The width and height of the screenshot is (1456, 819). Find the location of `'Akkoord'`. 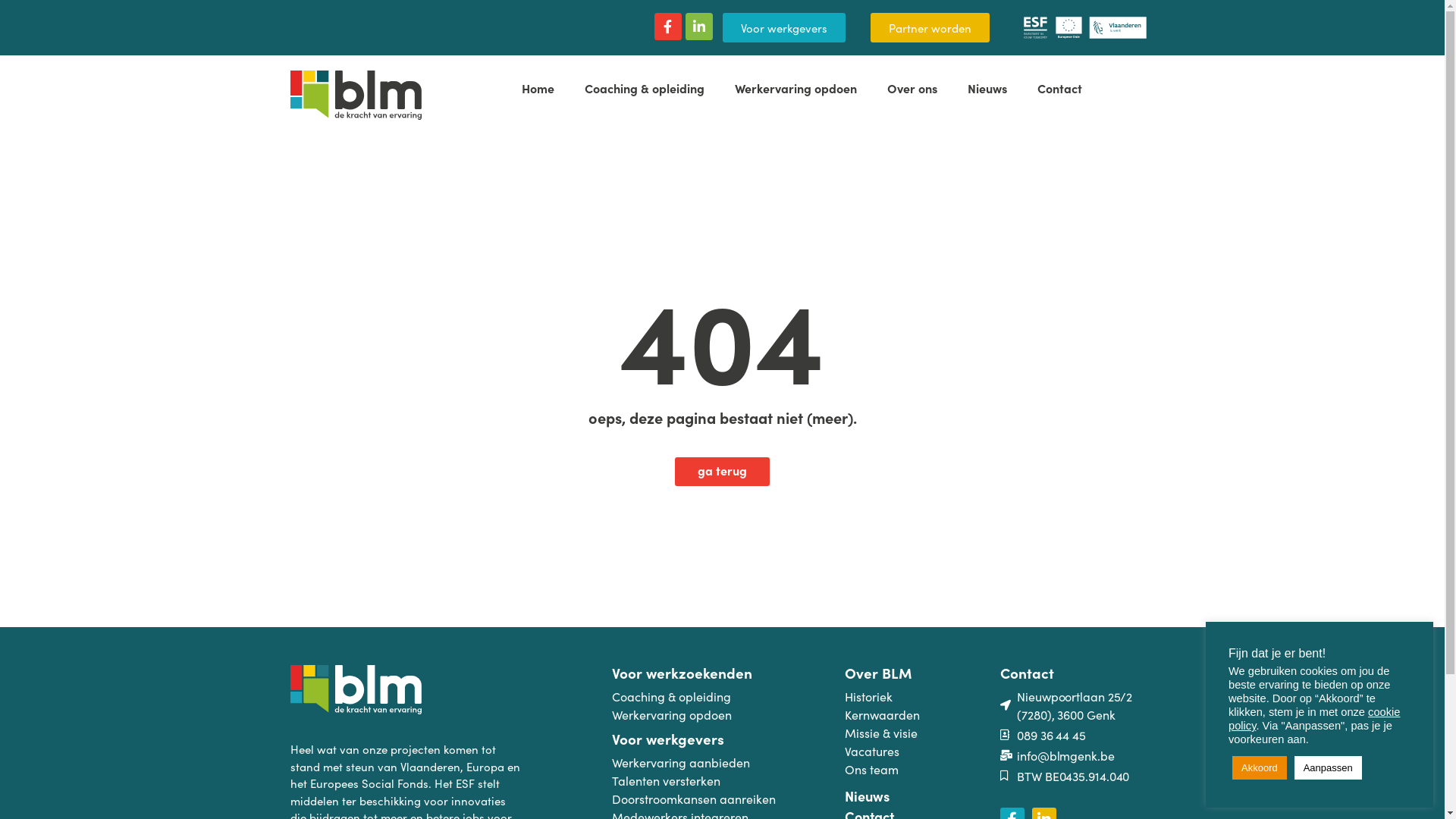

'Akkoord' is located at coordinates (1259, 767).